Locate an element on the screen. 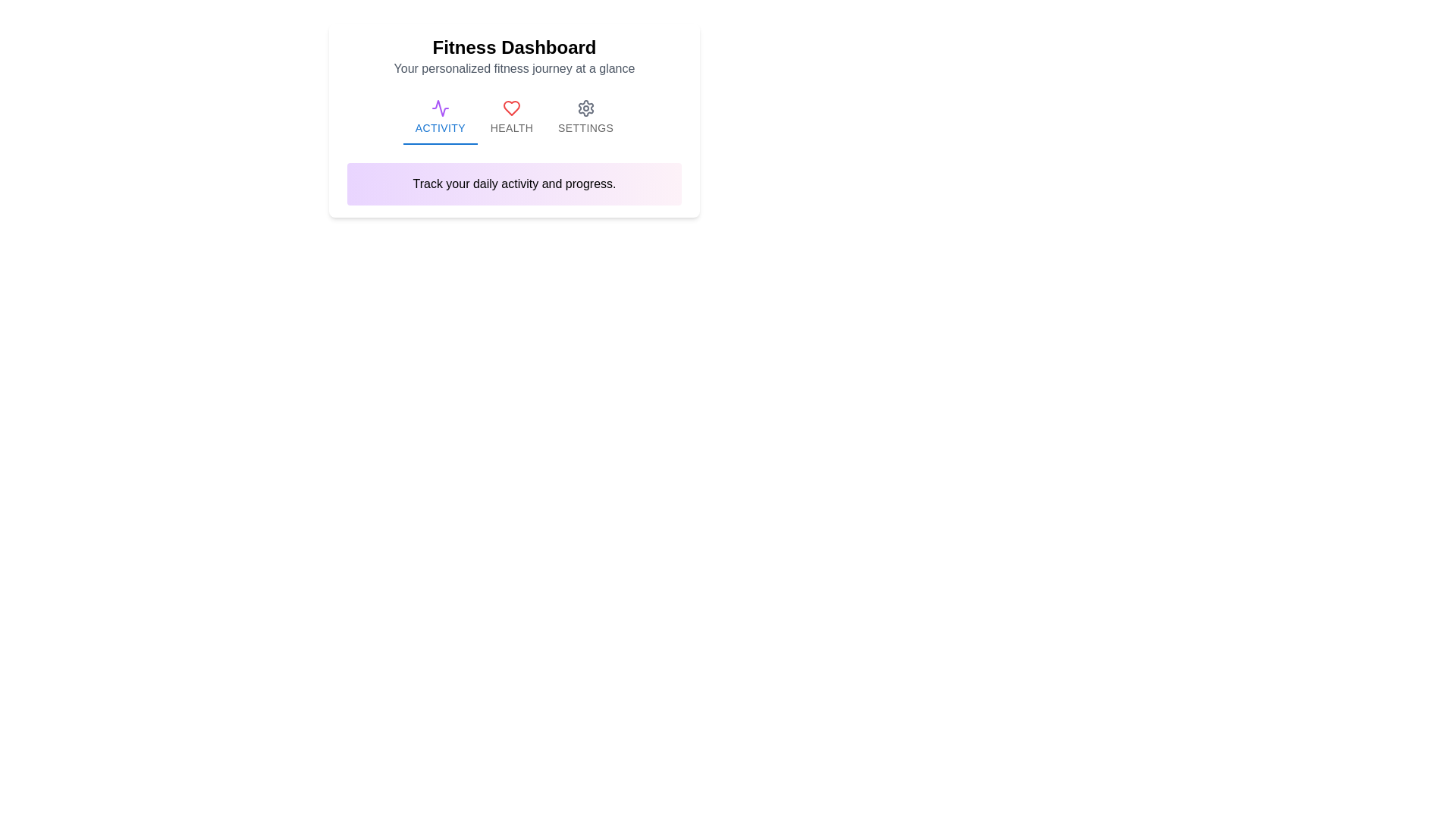 This screenshot has height=819, width=1456. the settings icon located at the rightmost position among the tabs at the top of the 'Fitness Dashboard' card is located at coordinates (585, 108).